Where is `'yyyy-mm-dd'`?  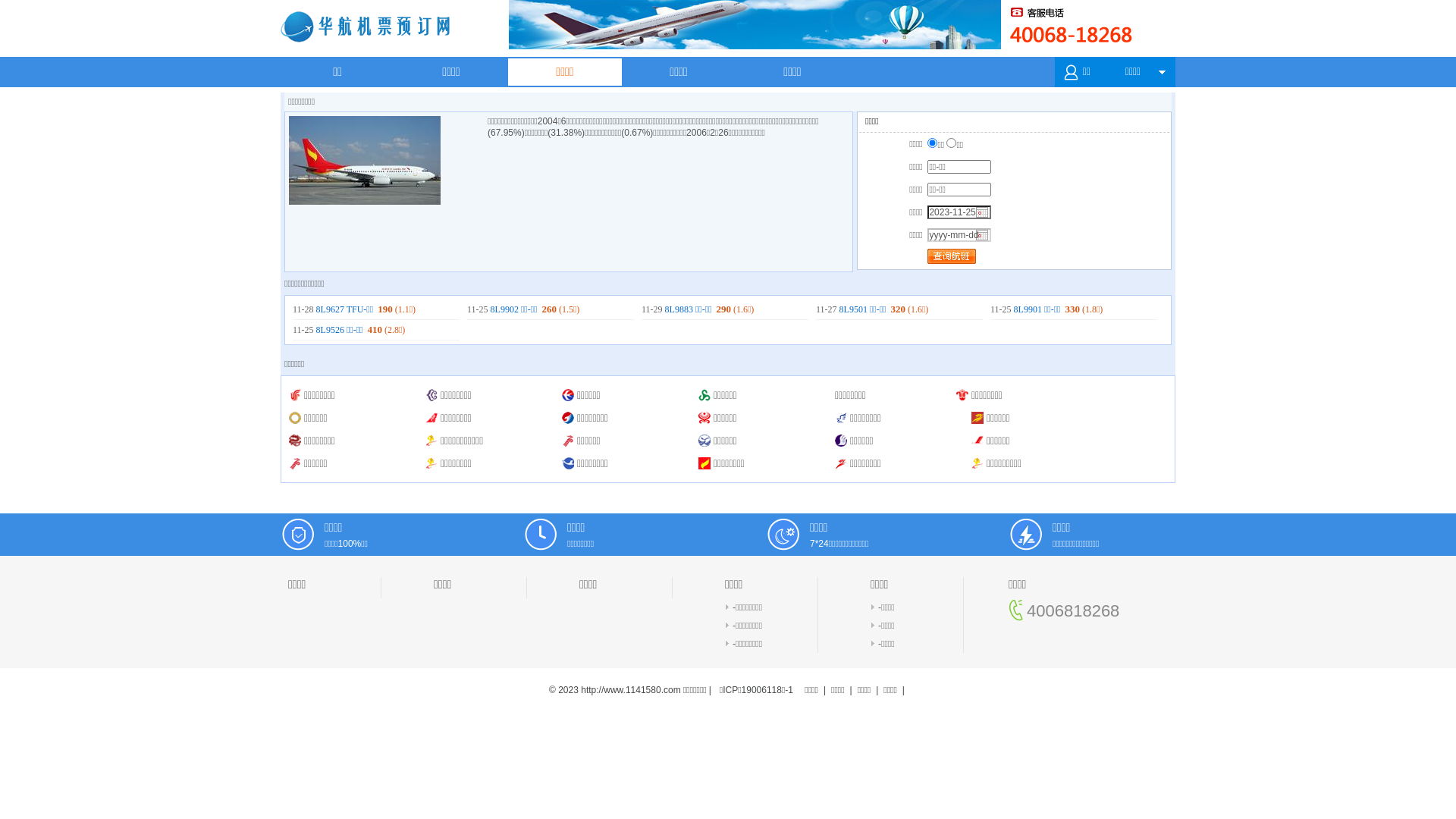 'yyyy-mm-dd' is located at coordinates (959, 234).